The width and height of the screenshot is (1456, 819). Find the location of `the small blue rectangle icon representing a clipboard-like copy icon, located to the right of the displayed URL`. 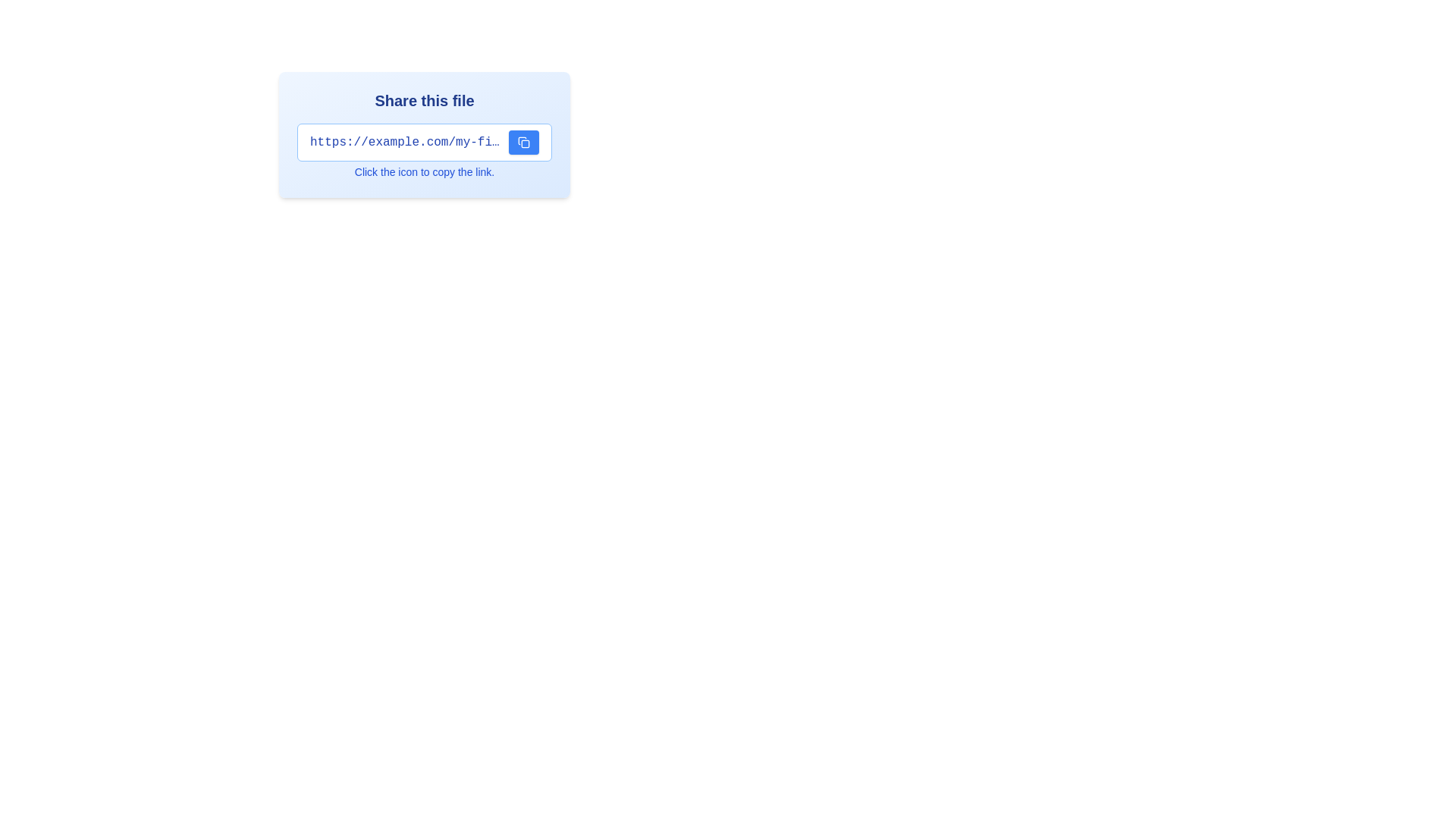

the small blue rectangle icon representing a clipboard-like copy icon, located to the right of the displayed URL is located at coordinates (525, 143).